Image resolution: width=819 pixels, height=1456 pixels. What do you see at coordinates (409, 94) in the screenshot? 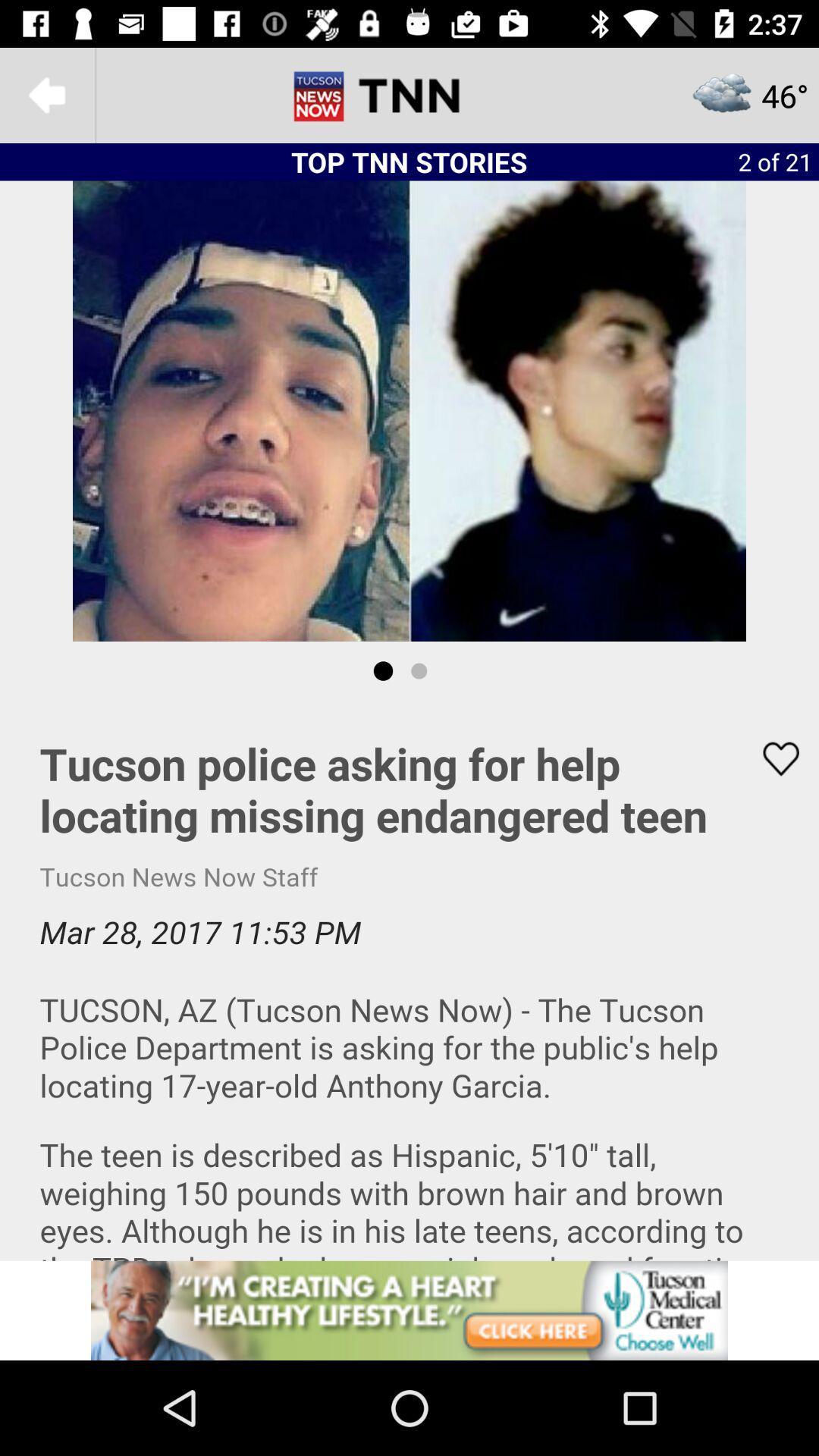
I see `kold news 13` at bounding box center [409, 94].